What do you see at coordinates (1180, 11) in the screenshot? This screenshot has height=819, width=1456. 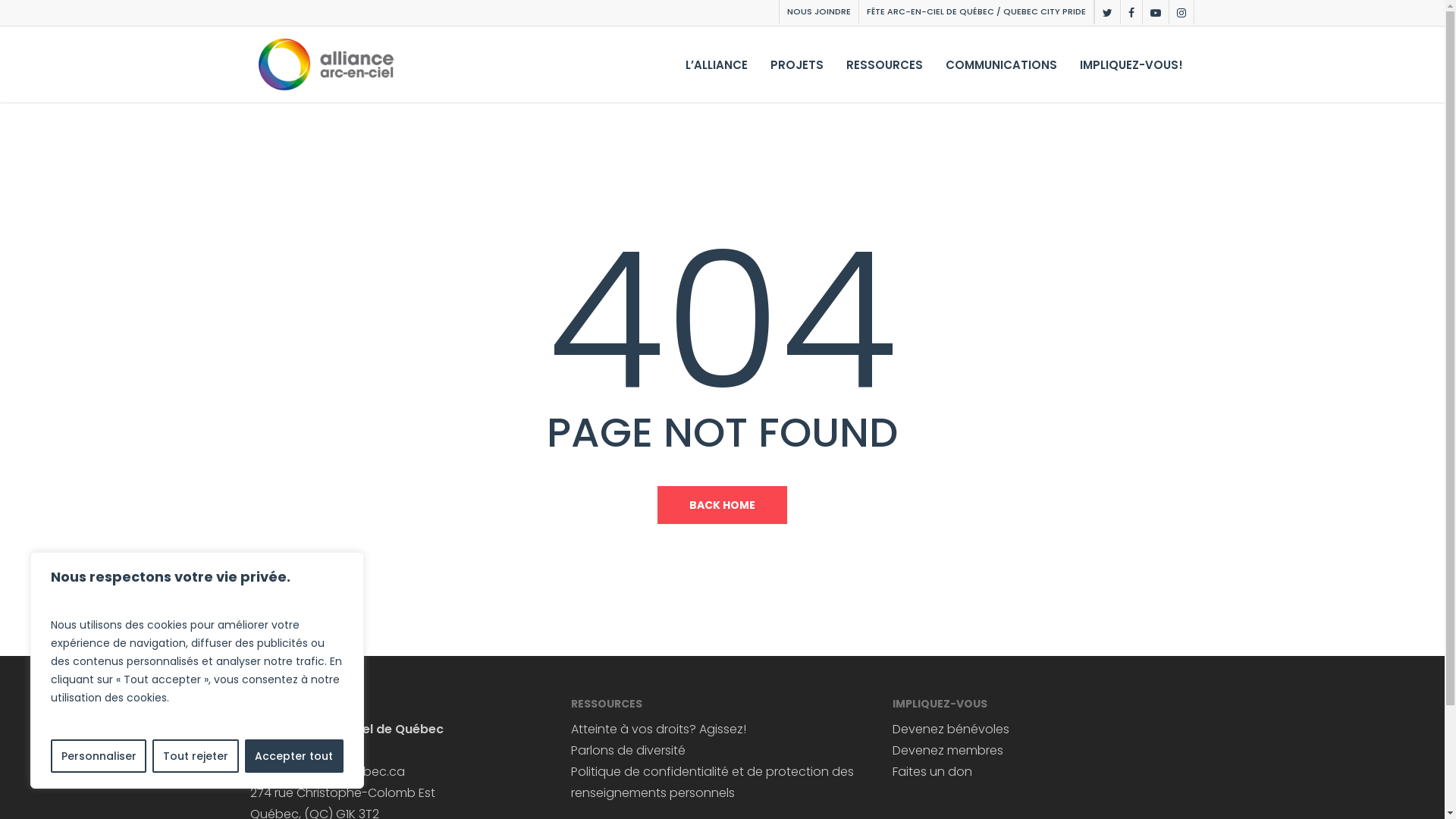 I see `'INSTAGRAM'` at bounding box center [1180, 11].